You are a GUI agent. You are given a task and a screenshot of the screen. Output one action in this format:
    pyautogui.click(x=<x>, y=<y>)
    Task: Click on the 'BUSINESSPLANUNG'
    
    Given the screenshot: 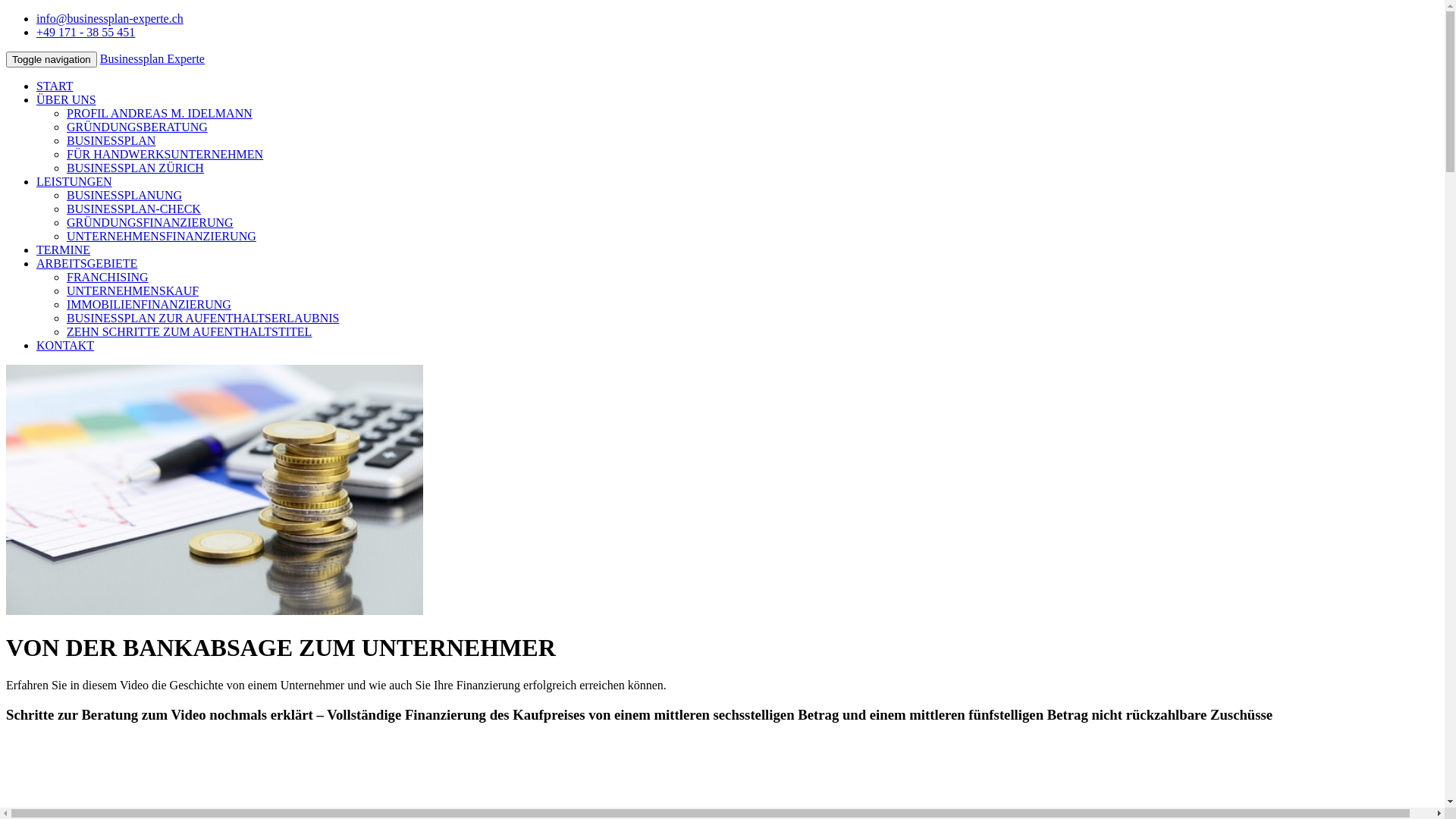 What is the action you would take?
    pyautogui.click(x=124, y=194)
    